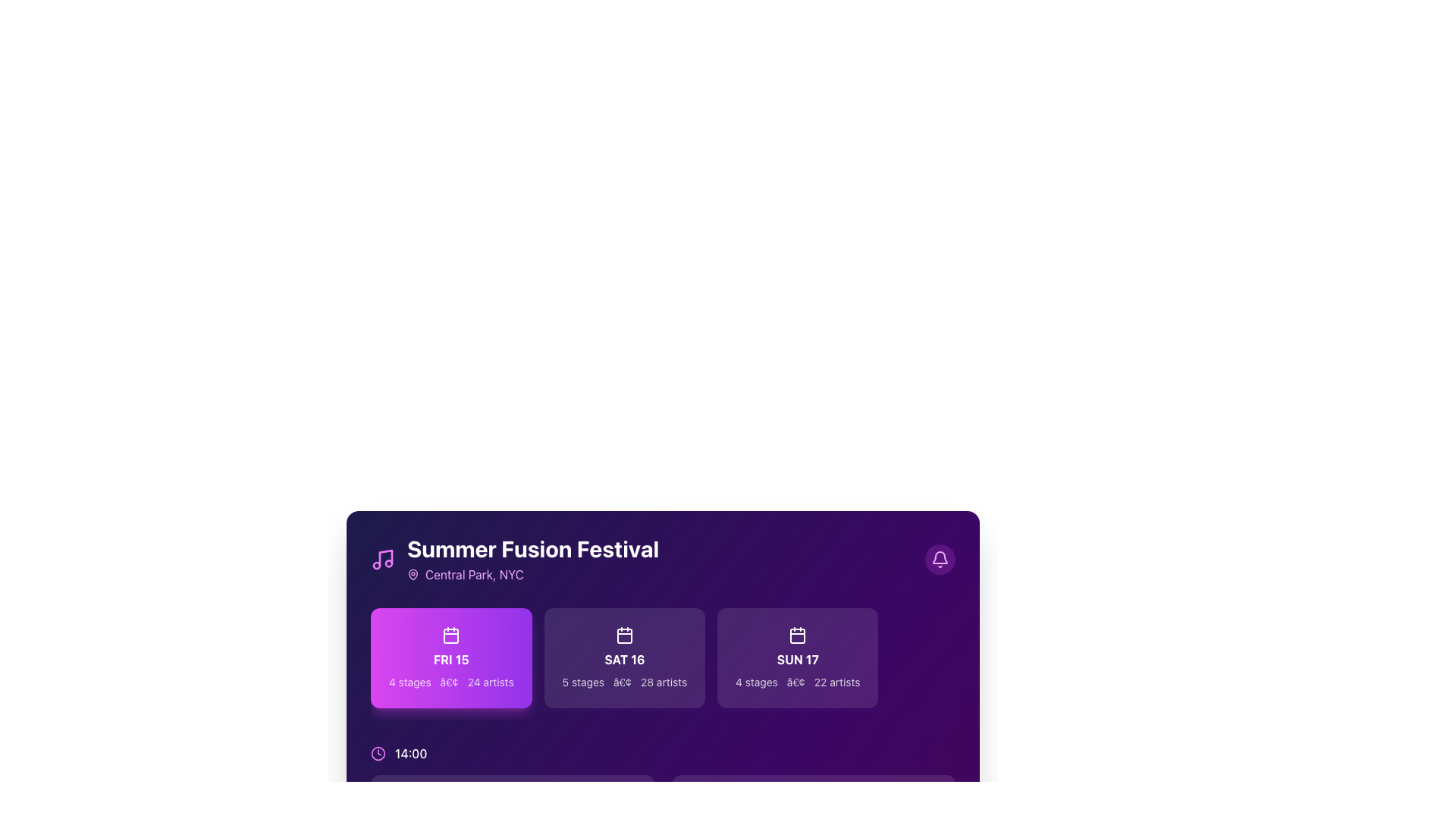 Image resolution: width=1456 pixels, height=819 pixels. Describe the element at coordinates (450, 681) in the screenshot. I see `information displayed in the text label located at the lower center of the 'FRI 15' event card, which provides details about the number of stages and artists involved` at that location.